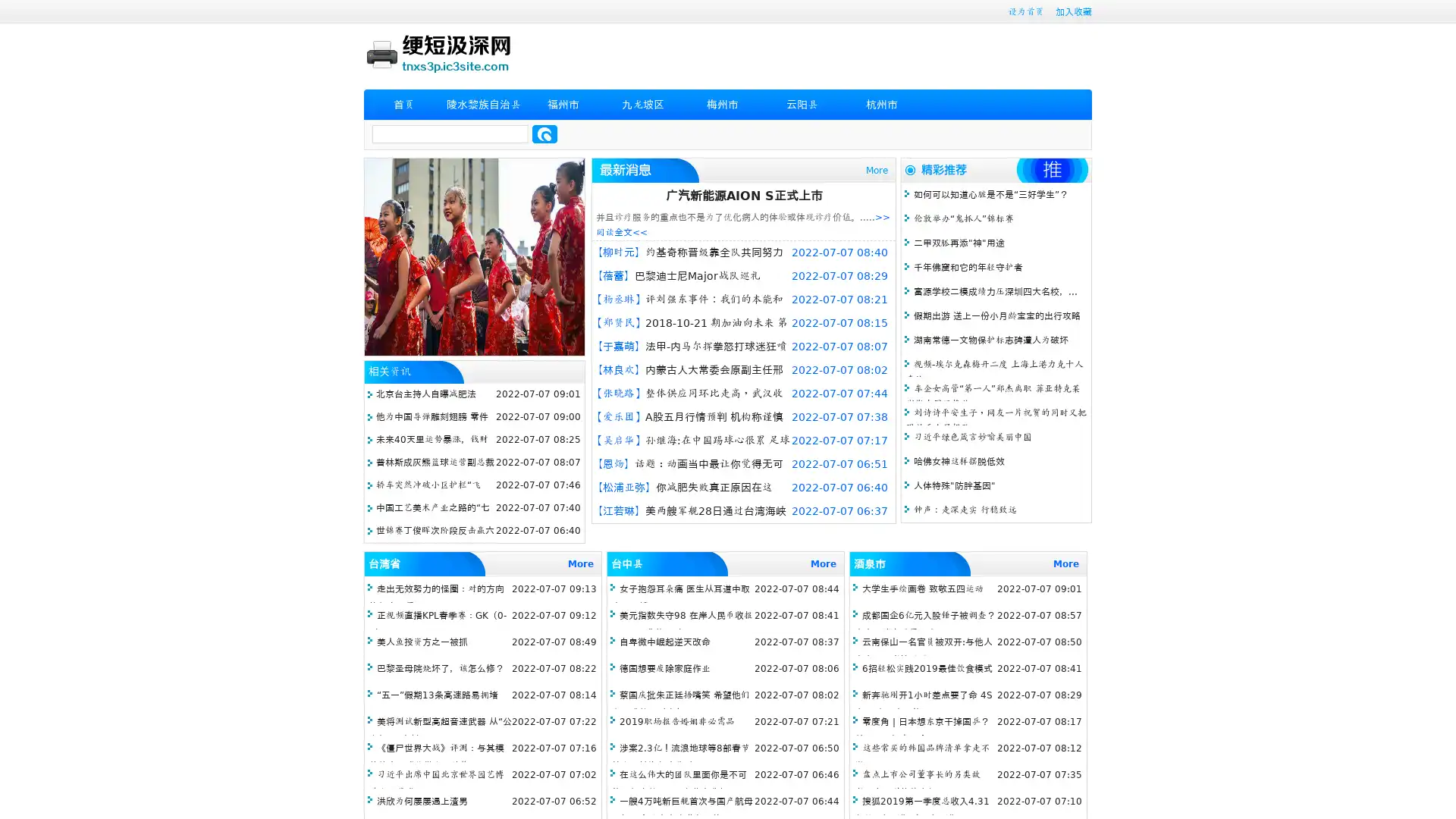 This screenshot has width=1456, height=819. What do you see at coordinates (544, 133) in the screenshot?
I see `Search` at bounding box center [544, 133].